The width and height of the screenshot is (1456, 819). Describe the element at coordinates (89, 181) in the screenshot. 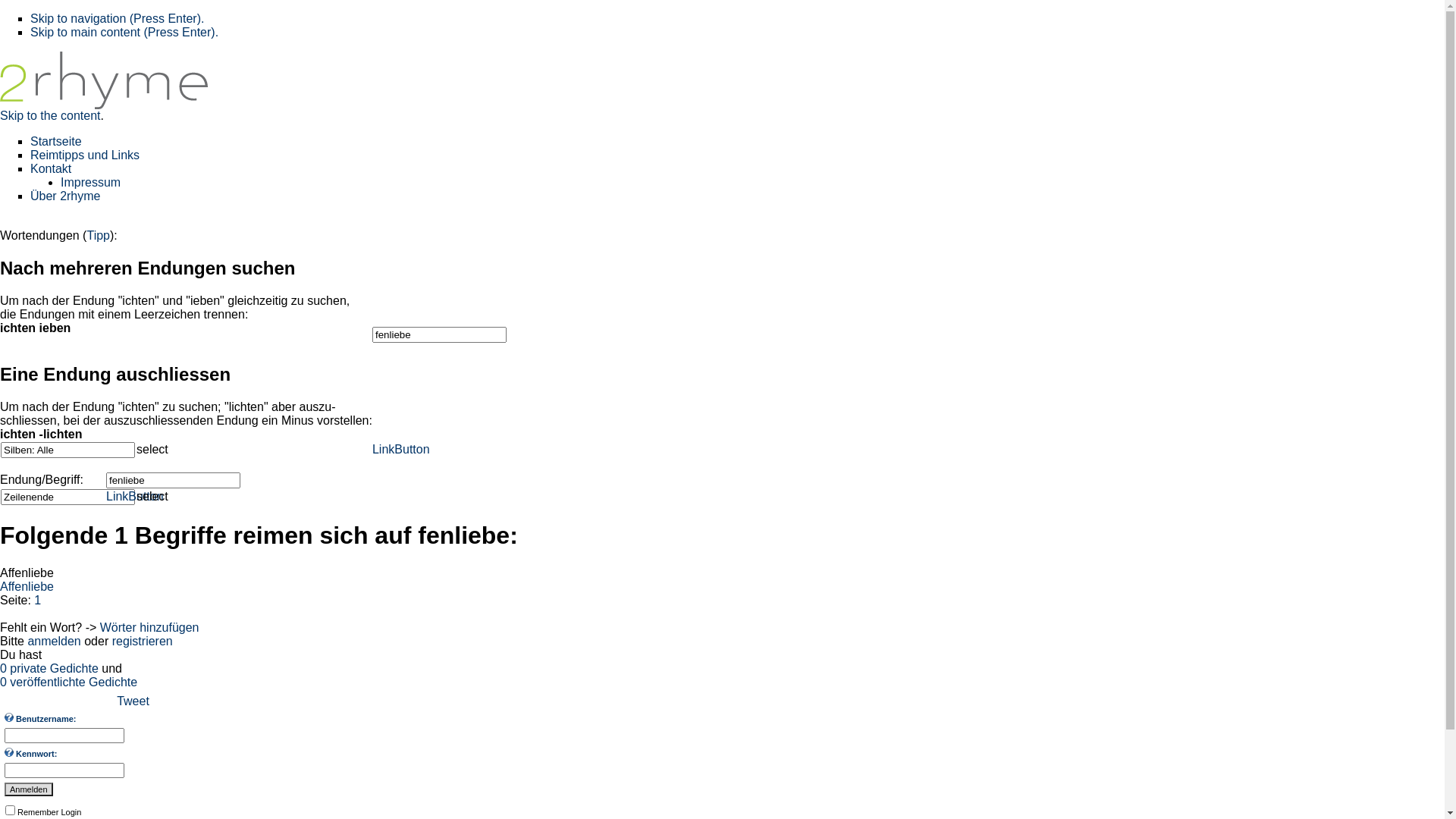

I see `'Impressum'` at that location.